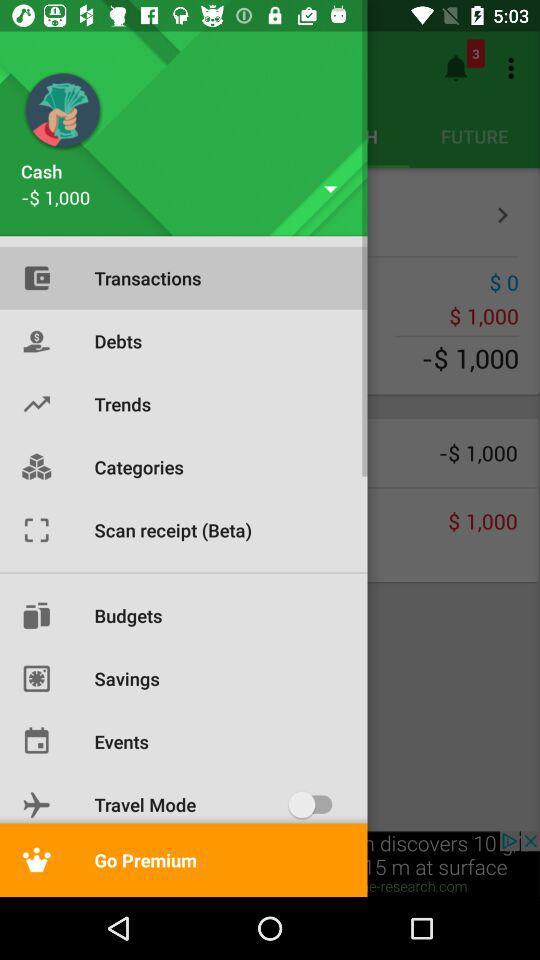  Describe the element at coordinates (502, 215) in the screenshot. I see `the button which is below the future` at that location.